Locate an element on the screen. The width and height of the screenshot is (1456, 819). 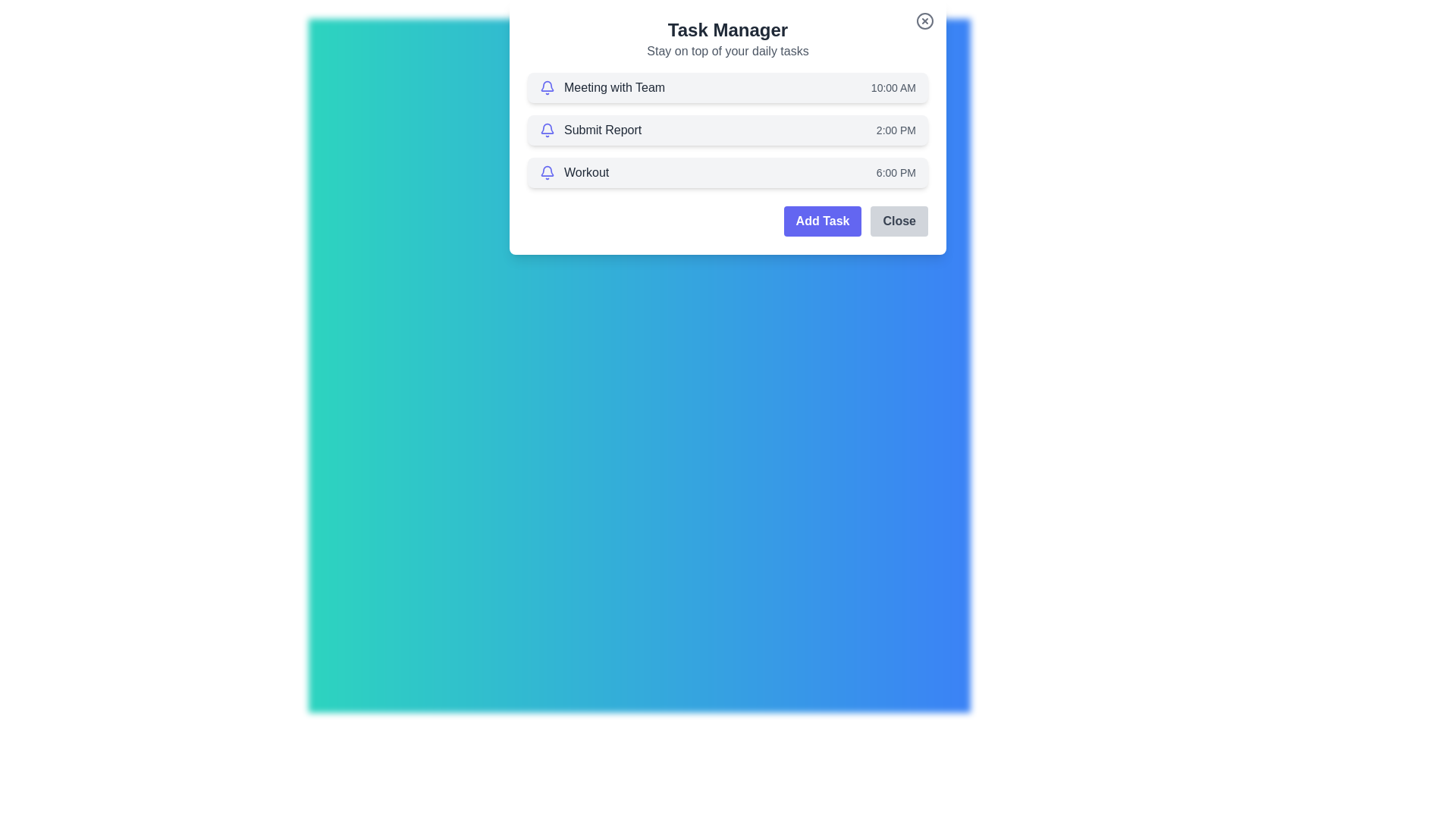
text label that serves as the title 'Task Manager' located at the top center of the task management interface, above the text 'Stay on top of your daily tasks' is located at coordinates (728, 30).